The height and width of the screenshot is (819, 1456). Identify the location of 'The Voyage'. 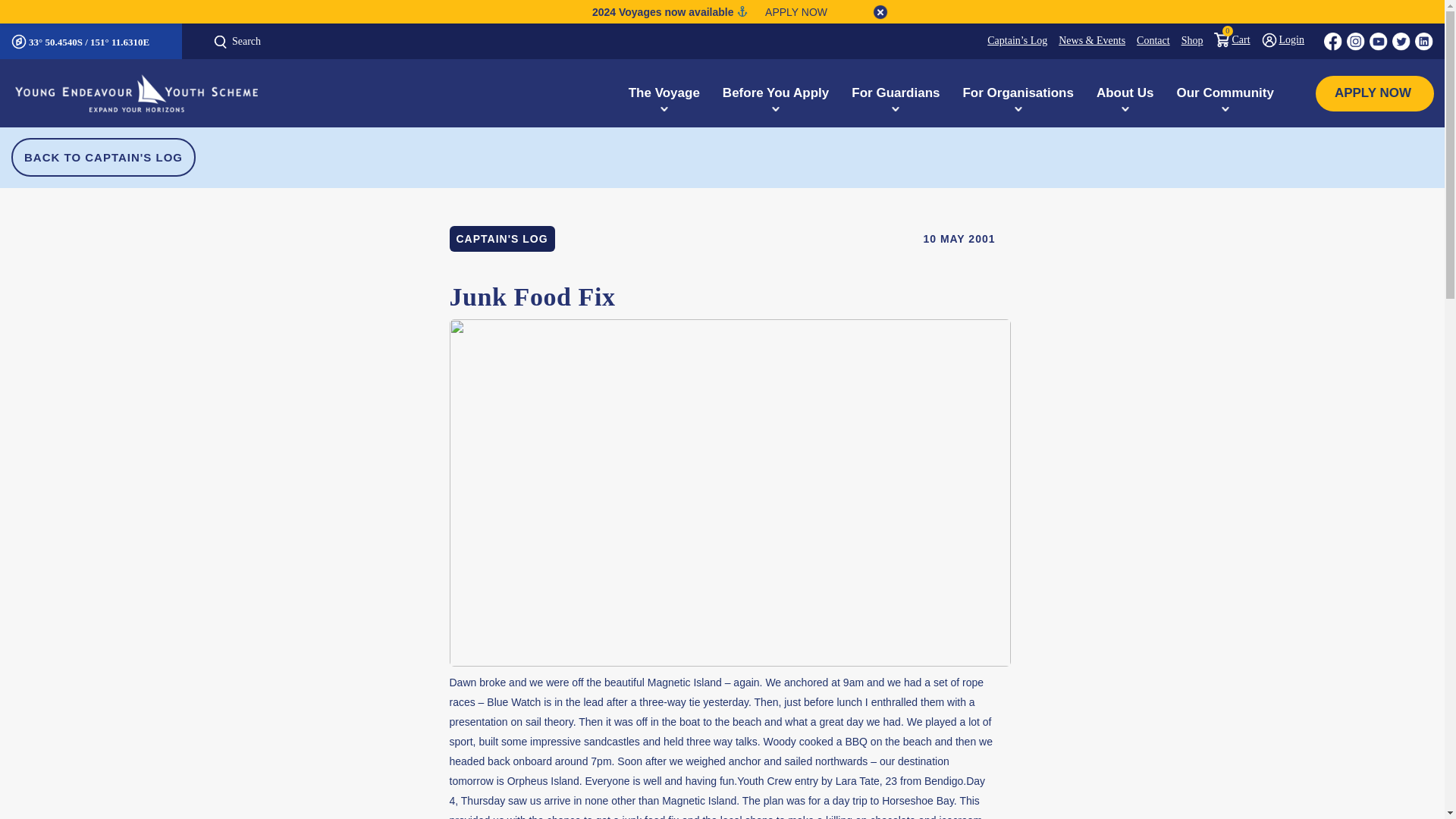
(617, 93).